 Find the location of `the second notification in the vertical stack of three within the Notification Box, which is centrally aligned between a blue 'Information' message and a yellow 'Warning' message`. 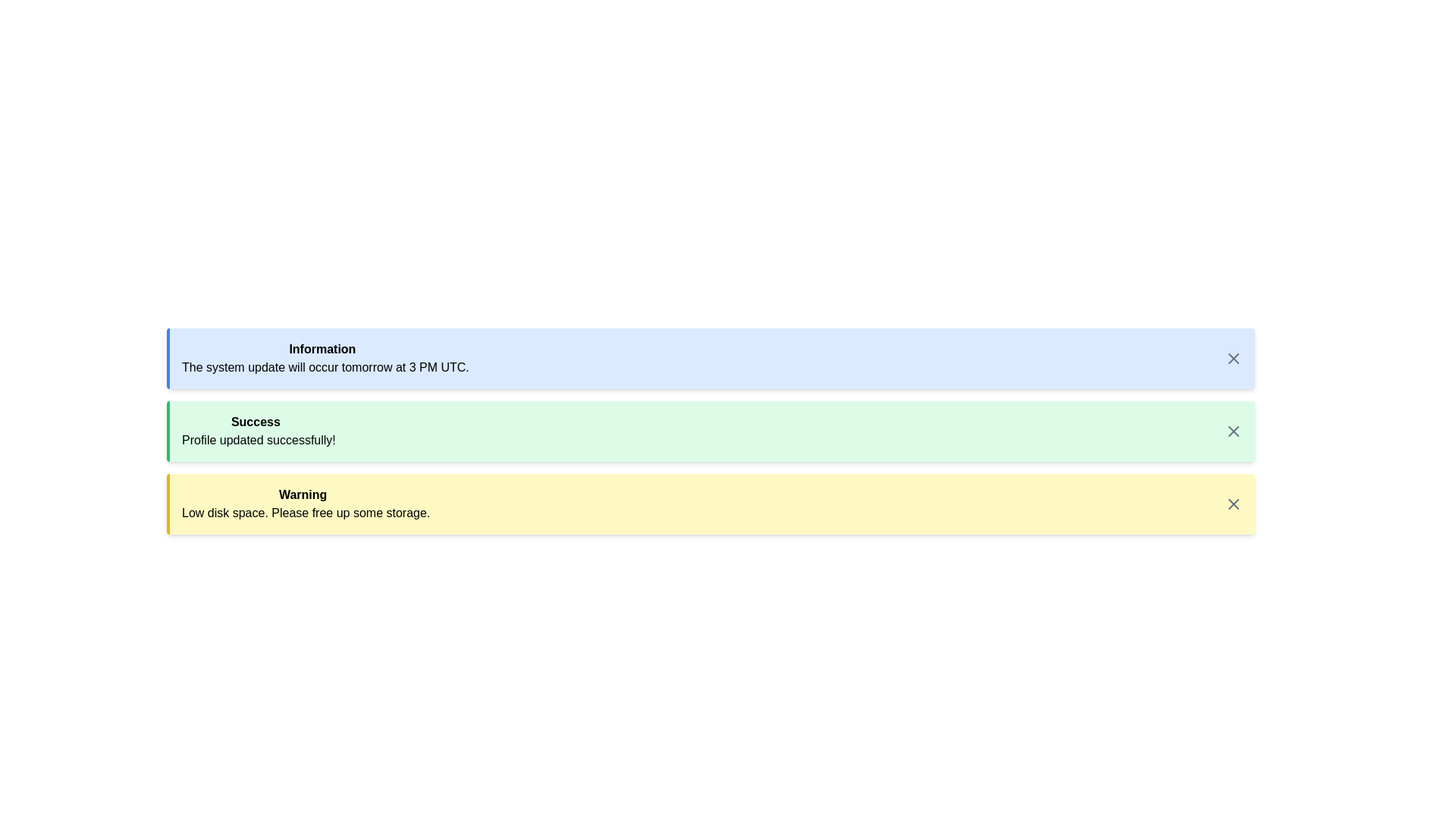

the second notification in the vertical stack of three within the Notification Box, which is centrally aligned between a blue 'Information' message and a yellow 'Warning' message is located at coordinates (710, 431).